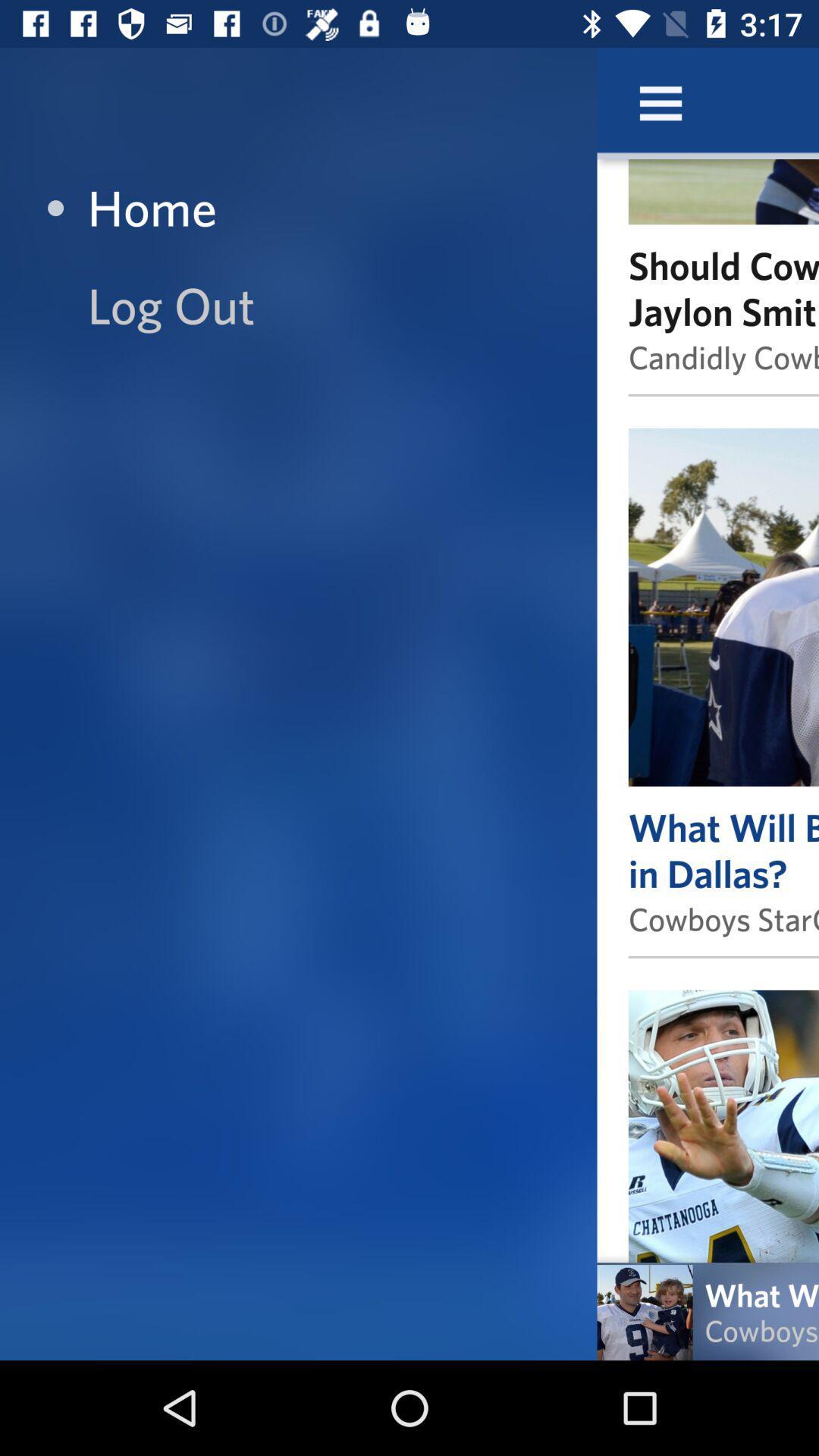  Describe the element at coordinates (660, 102) in the screenshot. I see `the menu icon` at that location.